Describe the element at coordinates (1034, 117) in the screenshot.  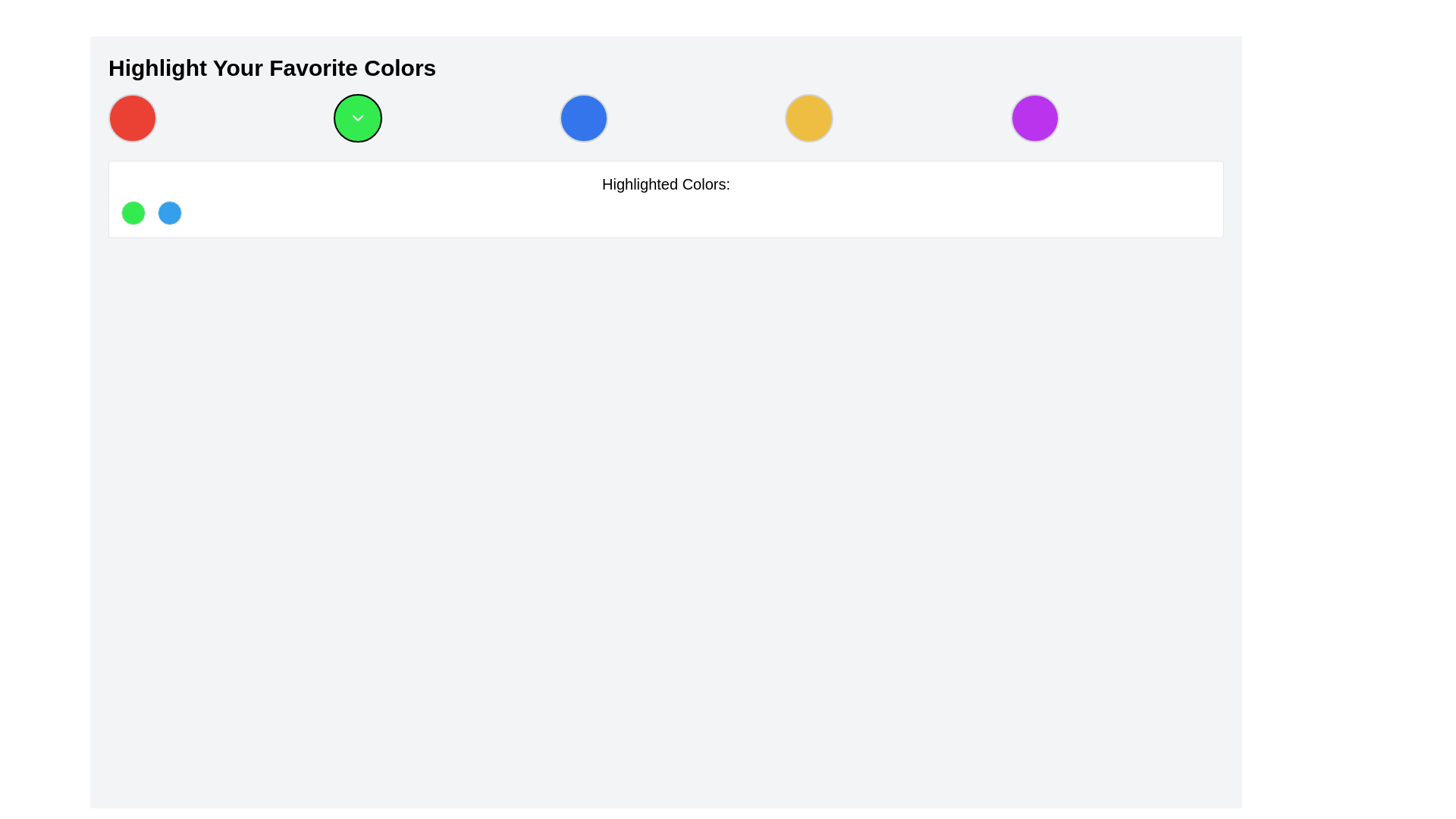
I see `the vibrant purple circular button with a gray border, which is the last element in the horizontal grid layout` at that location.